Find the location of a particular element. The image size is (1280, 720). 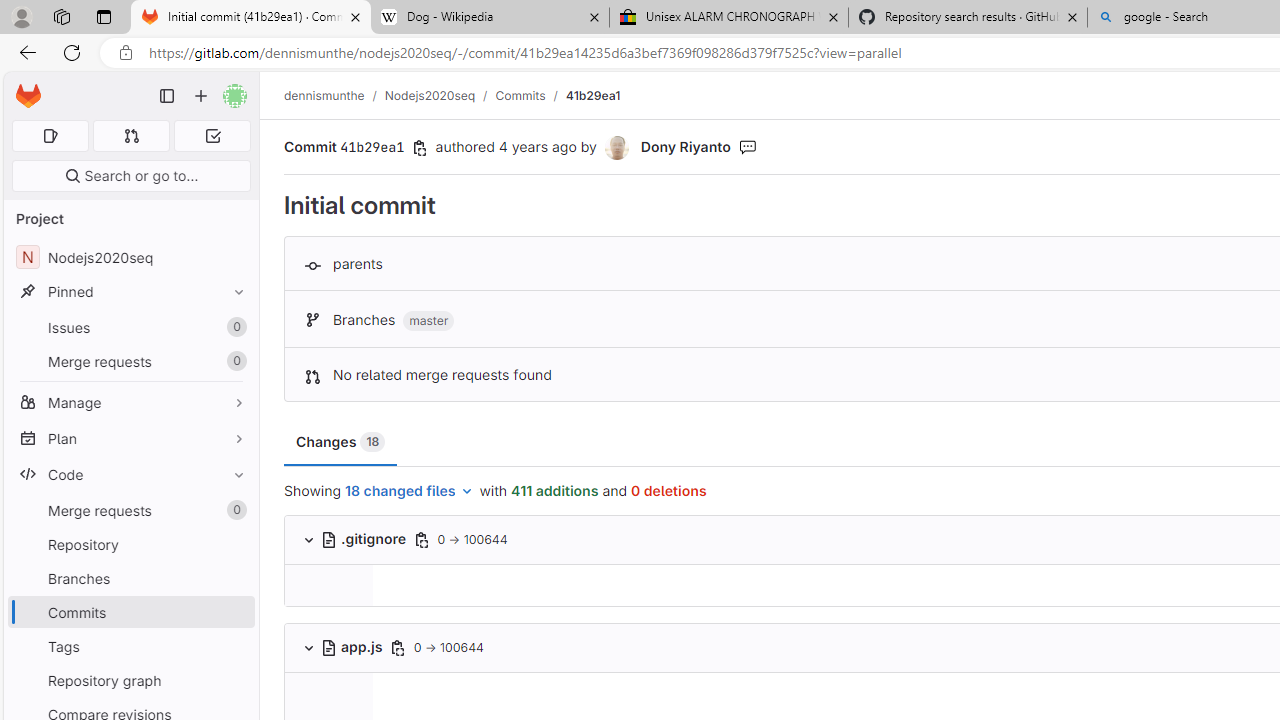

'Skip to main content' is located at coordinates (23, 86).